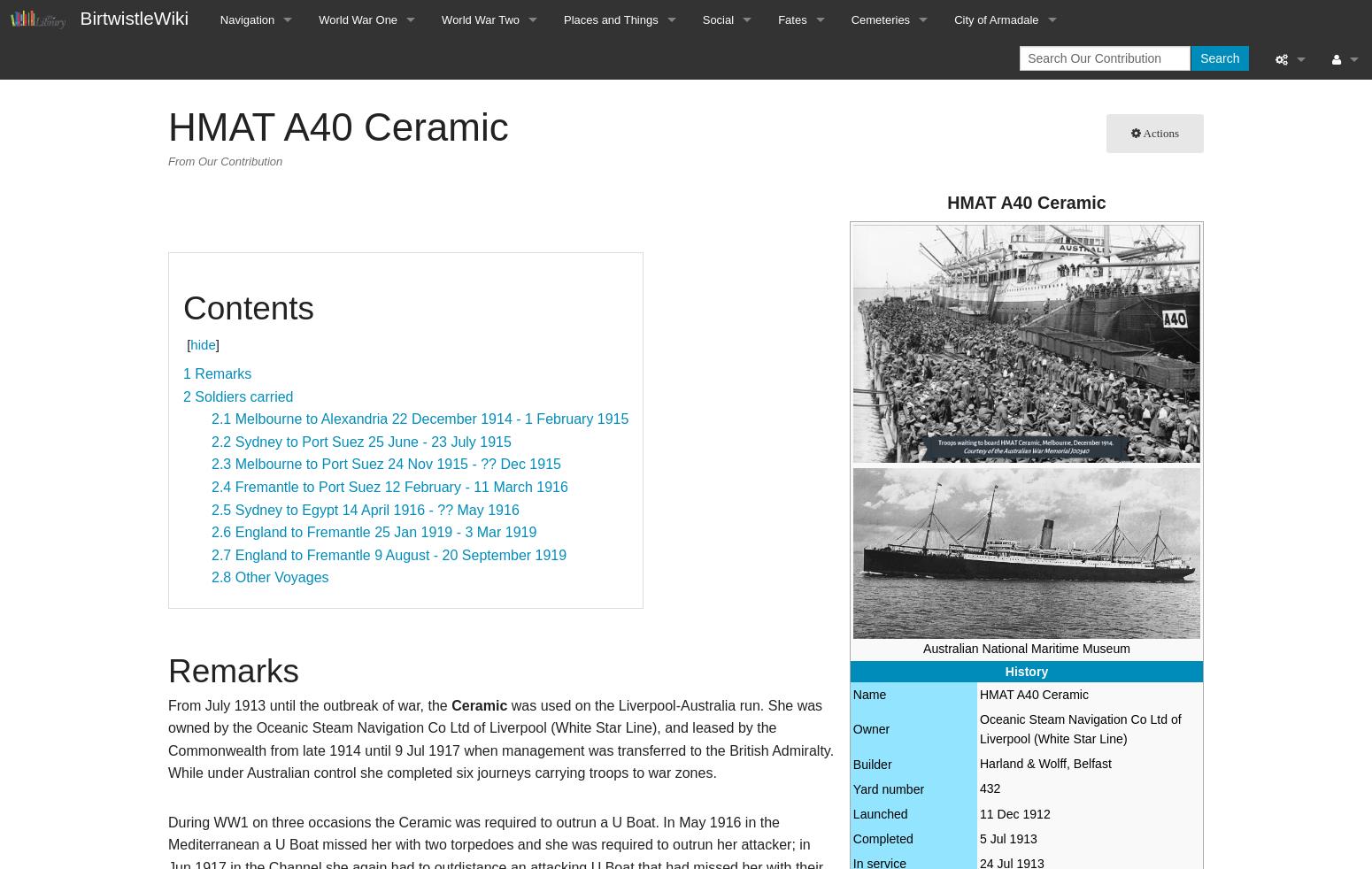  What do you see at coordinates (167, 704) in the screenshot?
I see `'From July 1913 until the outbreak of war, the'` at bounding box center [167, 704].